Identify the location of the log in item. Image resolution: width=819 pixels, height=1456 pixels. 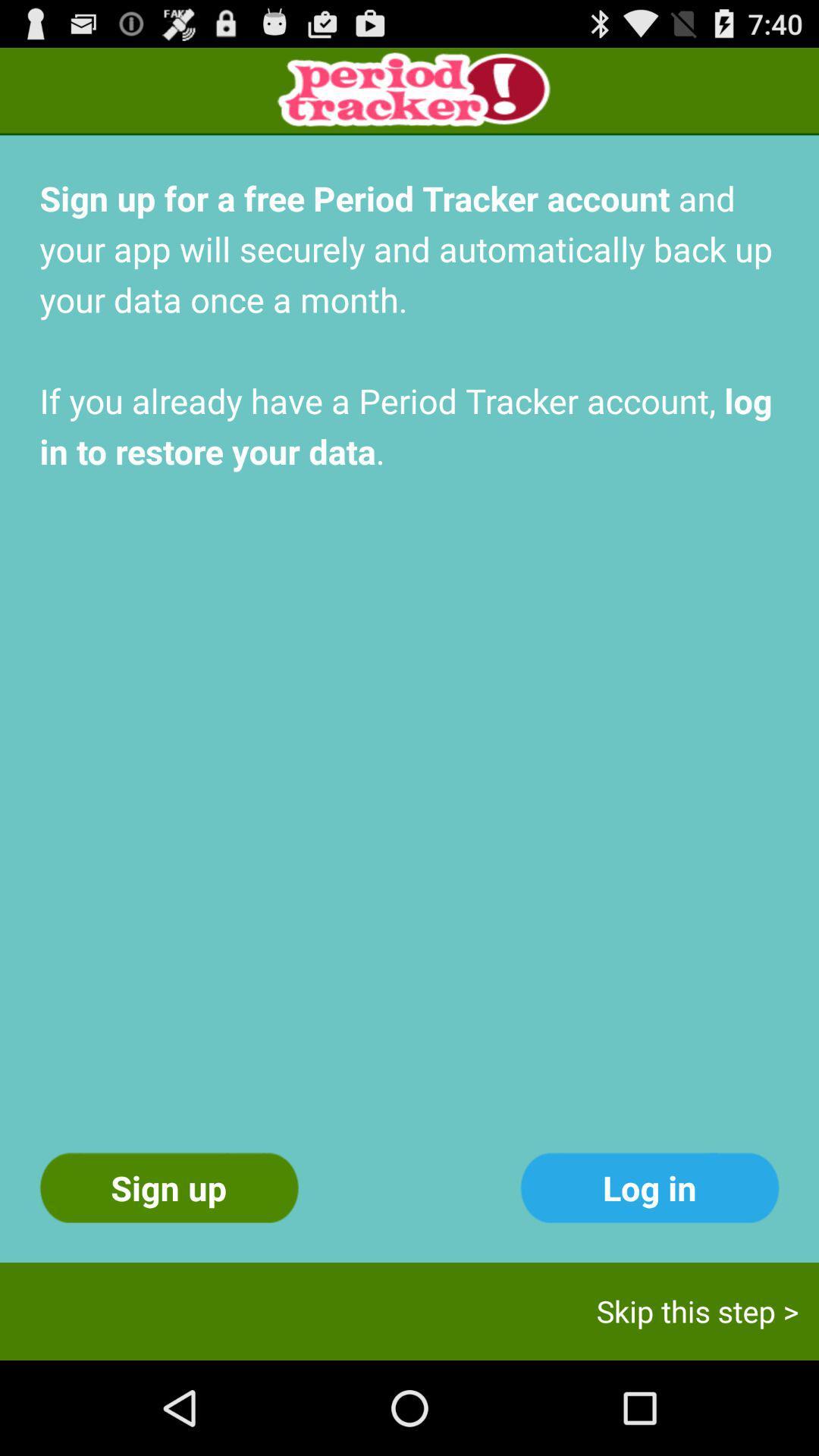
(648, 1187).